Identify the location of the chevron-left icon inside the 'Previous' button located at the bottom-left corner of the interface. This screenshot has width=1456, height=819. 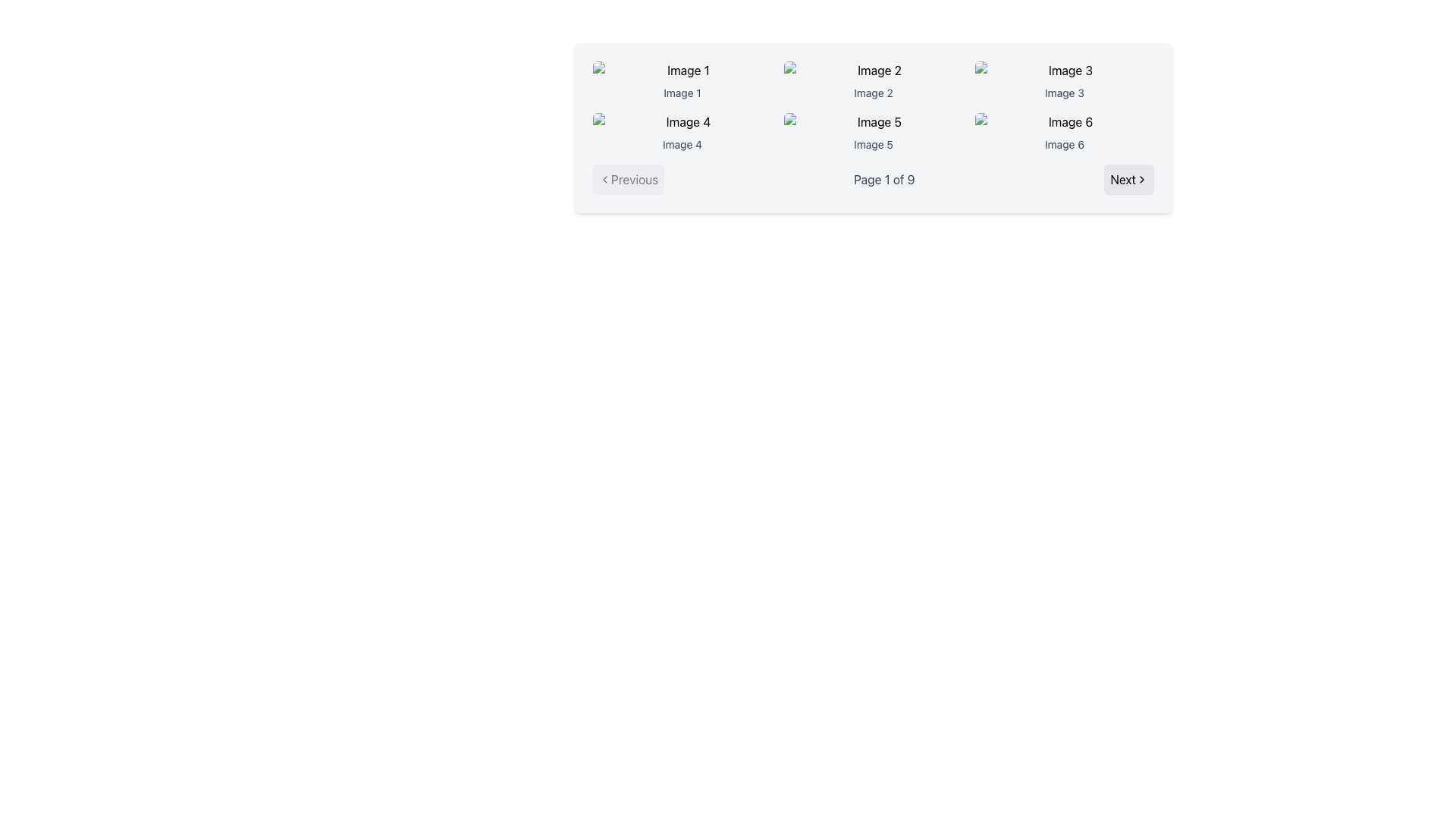
(604, 178).